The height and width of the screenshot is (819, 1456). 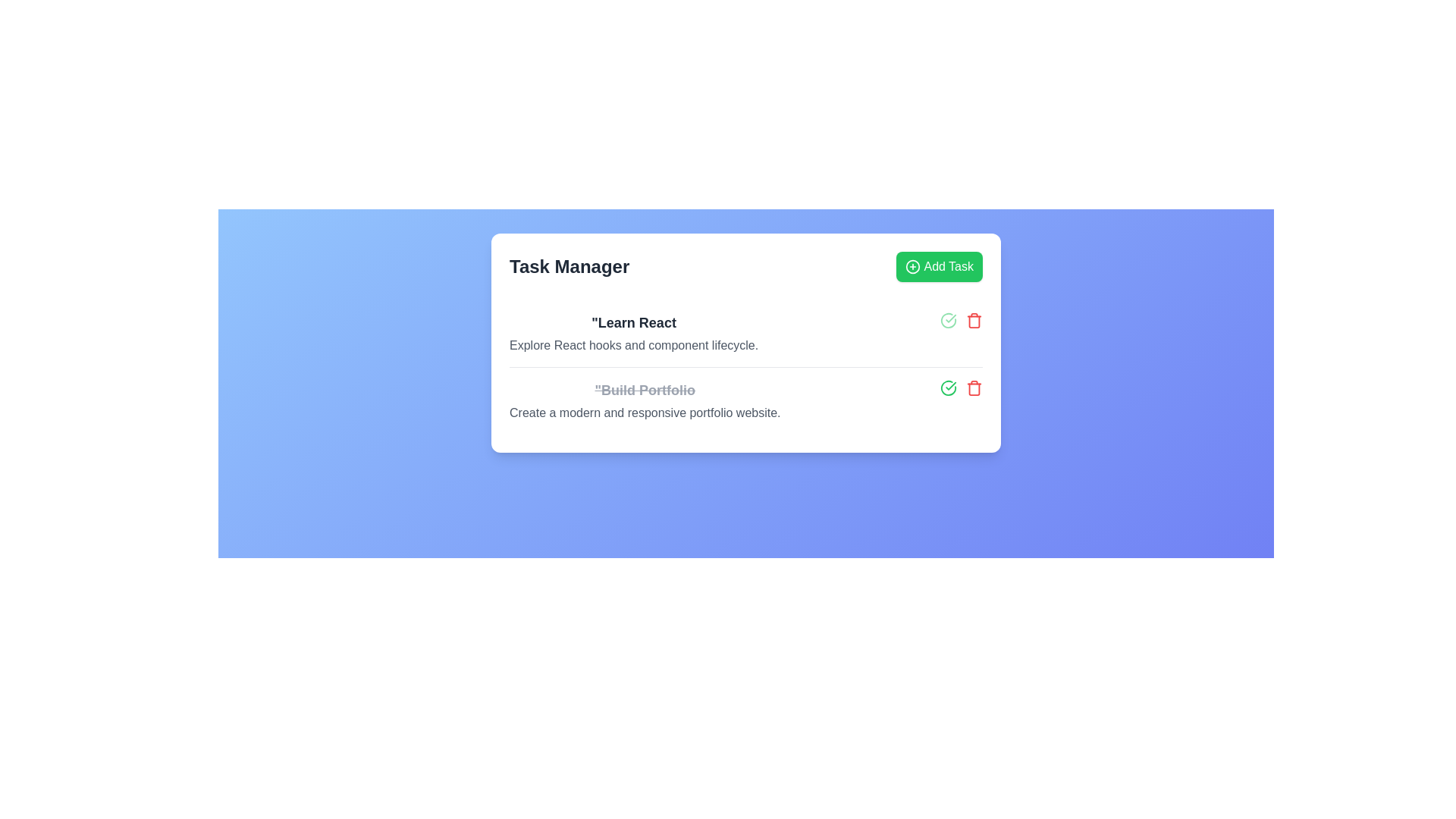 What do you see at coordinates (745, 400) in the screenshot?
I see `the task item titled 'Build Portfolio' in the task list` at bounding box center [745, 400].